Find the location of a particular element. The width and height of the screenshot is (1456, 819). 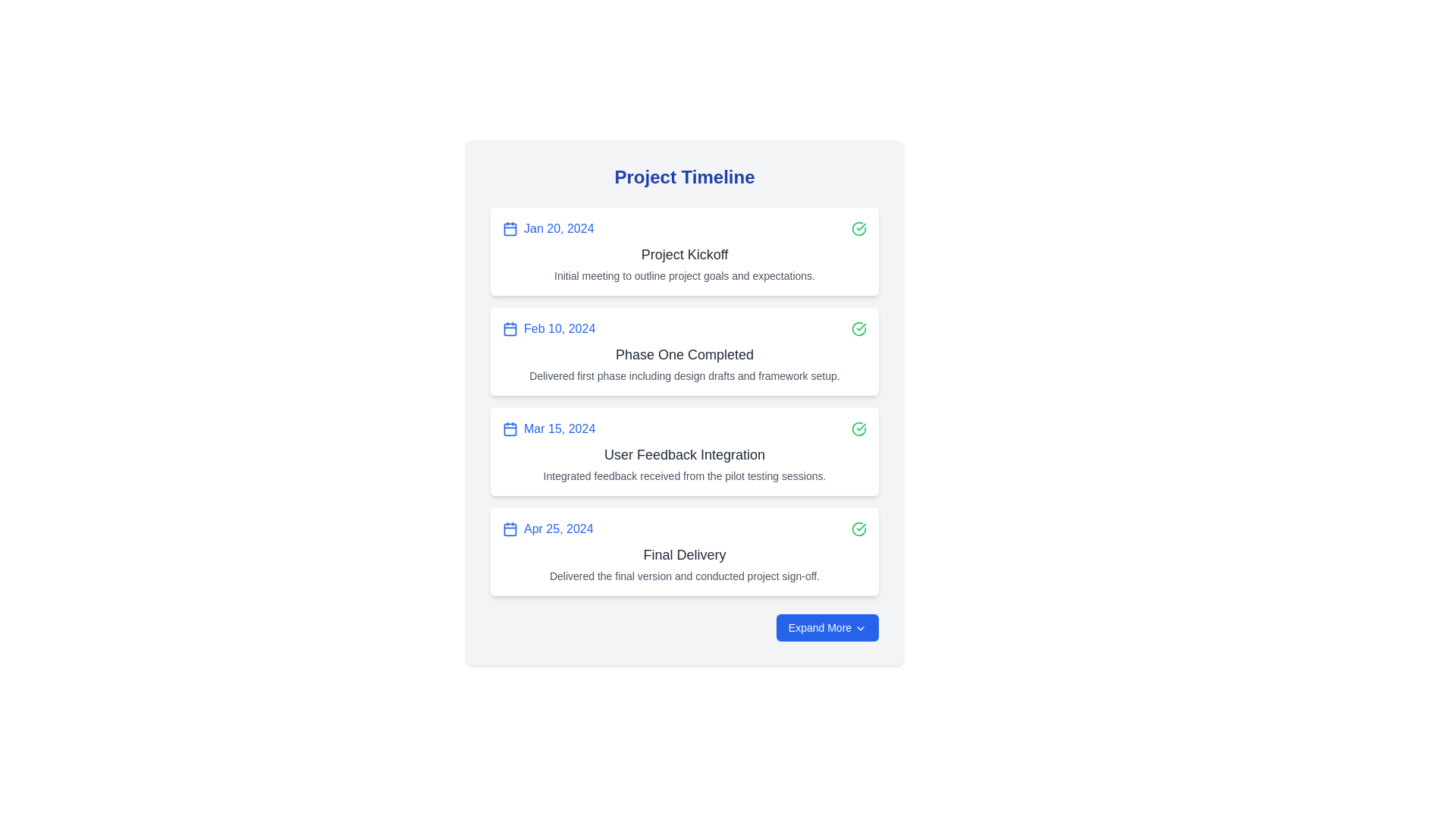

the main body of the calendar component, which is a rounded rectangular area inside the calendar icon, located in the left part of the 'Feb 10, 2024' timeline entry is located at coordinates (510, 328).